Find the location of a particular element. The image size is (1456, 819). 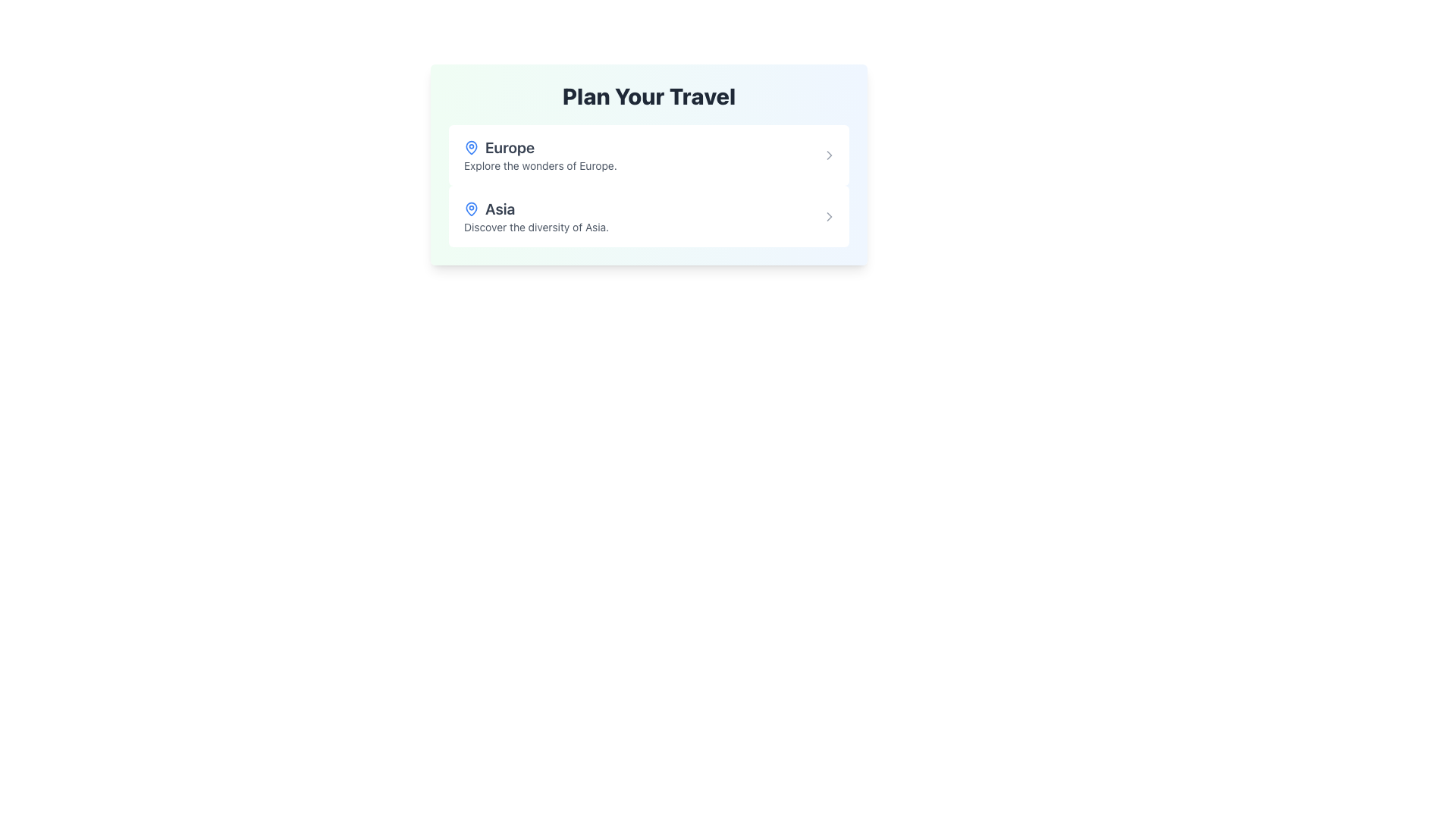

the right-facing chevron arrow icon located at the far right of the 'Europe' section in the 'Plan Your Travel' interface is located at coordinates (829, 155).